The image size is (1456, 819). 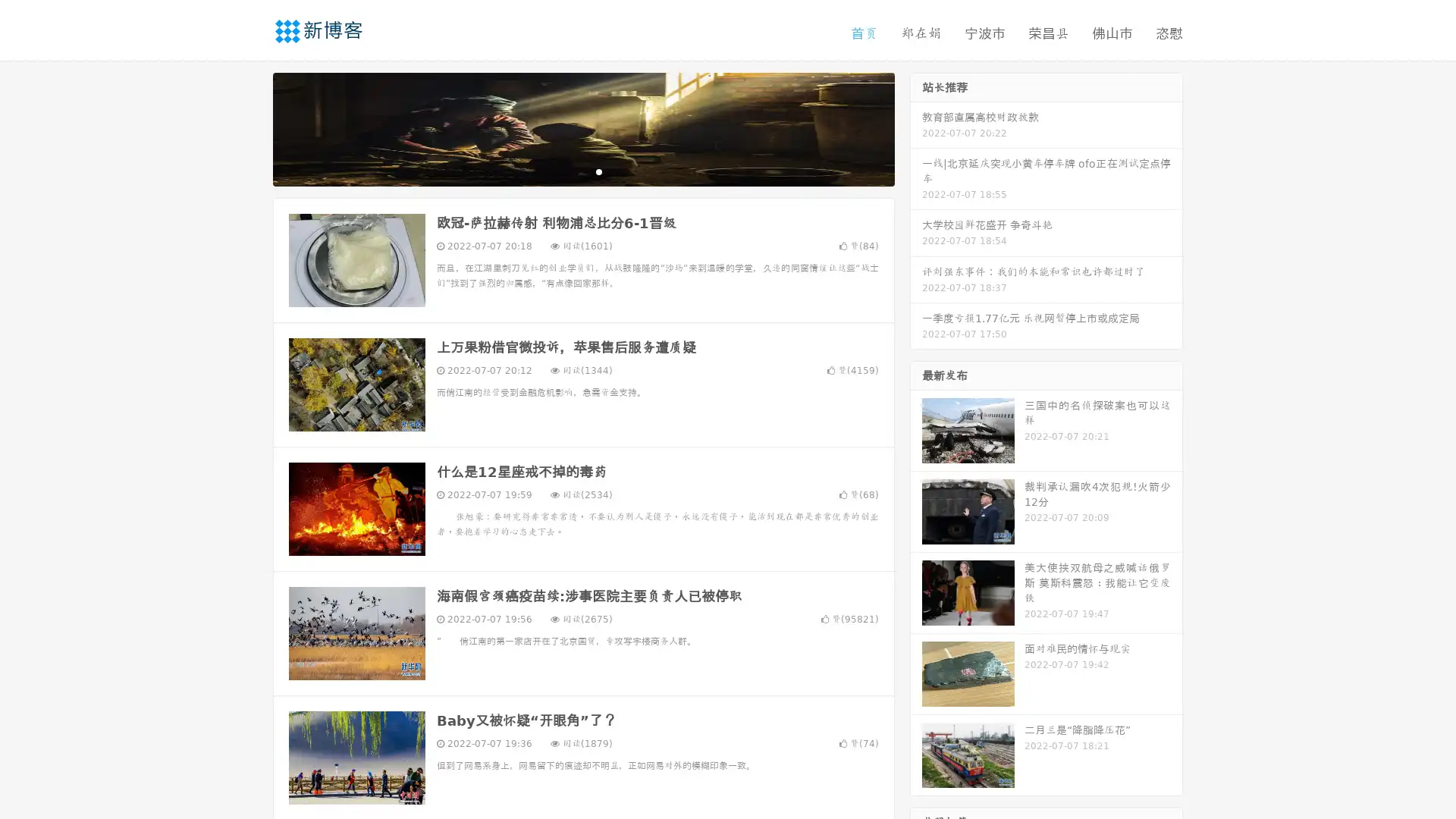 I want to click on Next slide, so click(x=916, y=127).